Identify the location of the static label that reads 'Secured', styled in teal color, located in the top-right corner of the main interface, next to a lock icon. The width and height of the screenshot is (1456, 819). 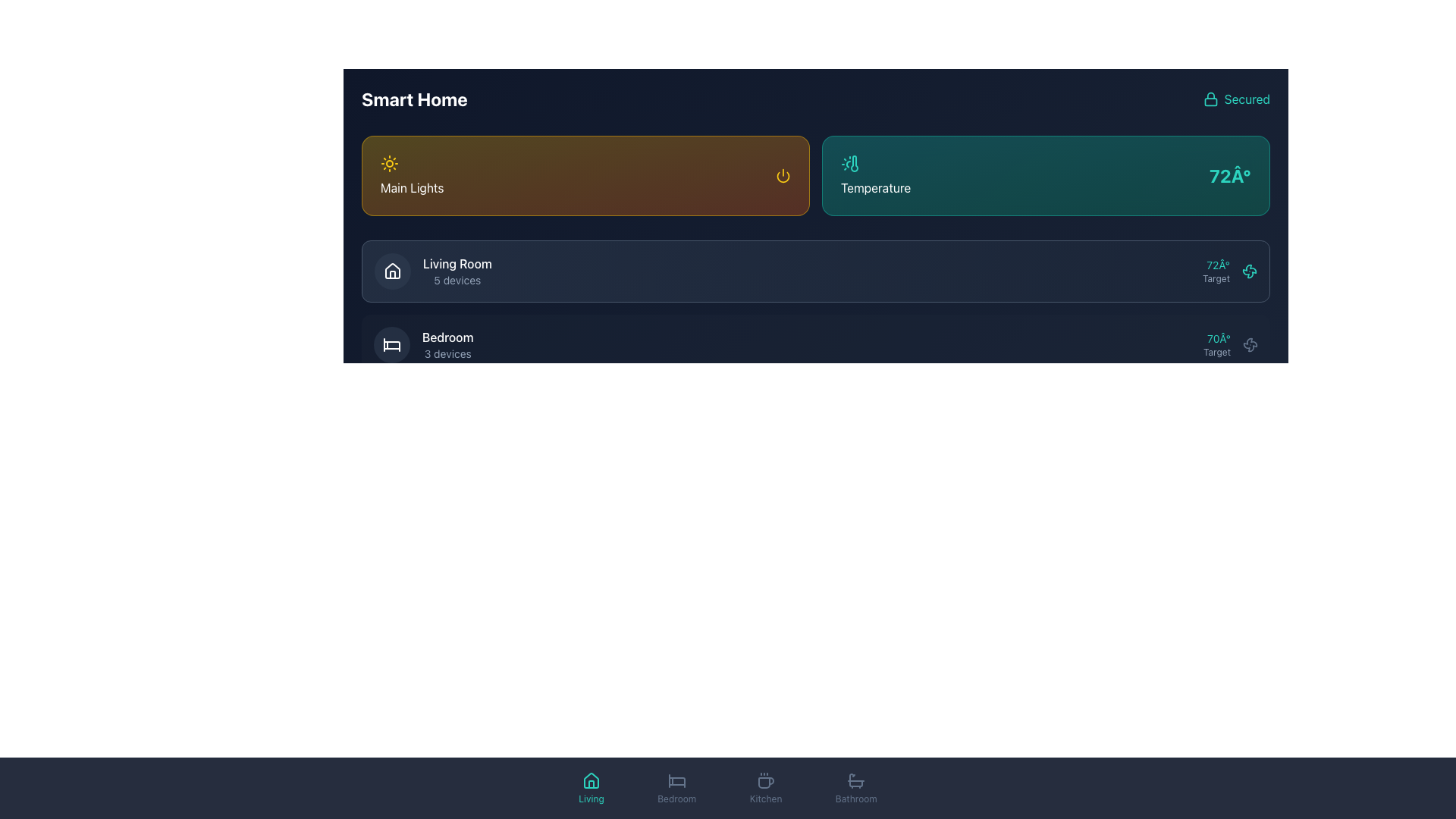
(1247, 99).